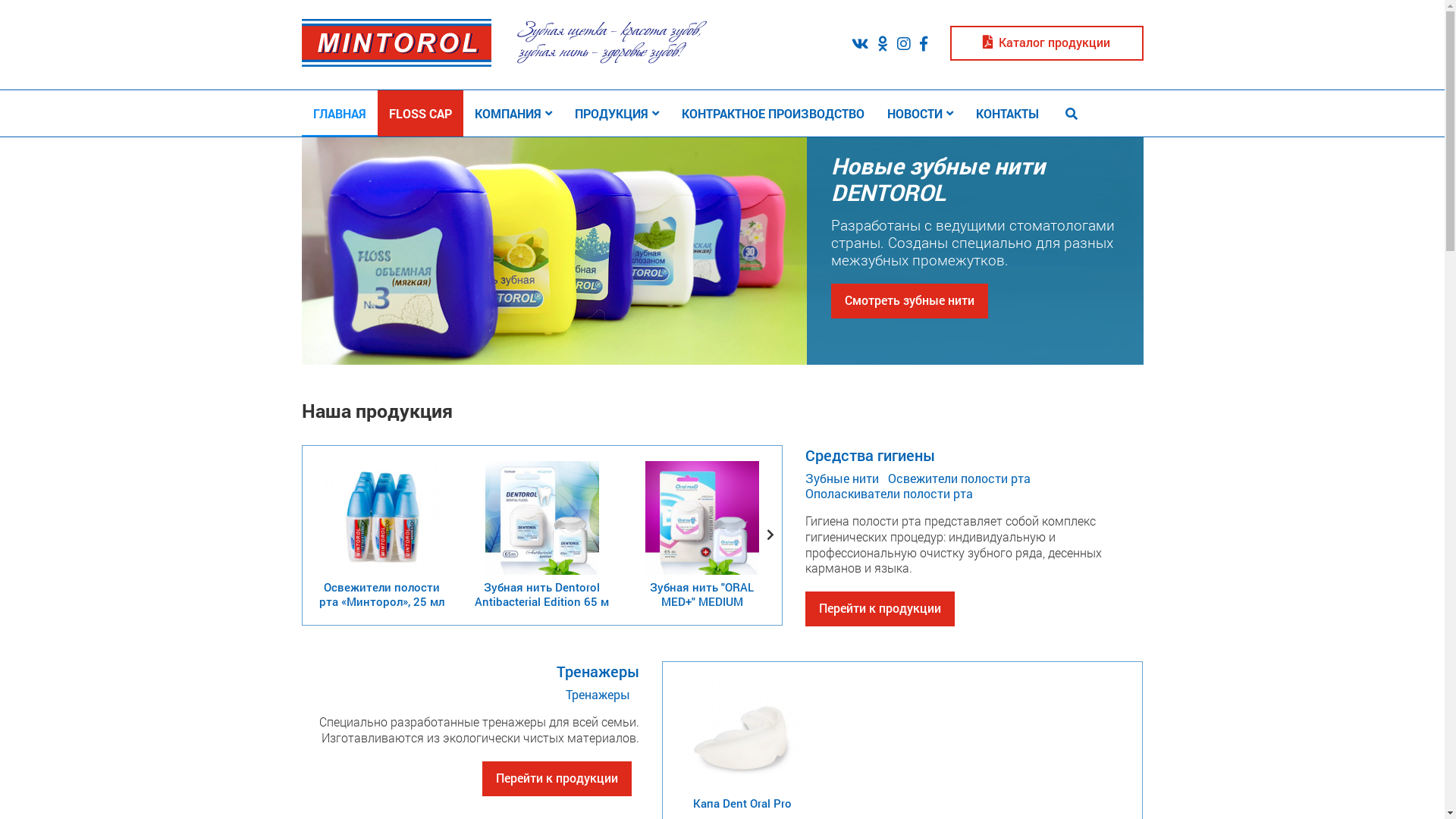  I want to click on 'FLOSS CAP', so click(420, 112).